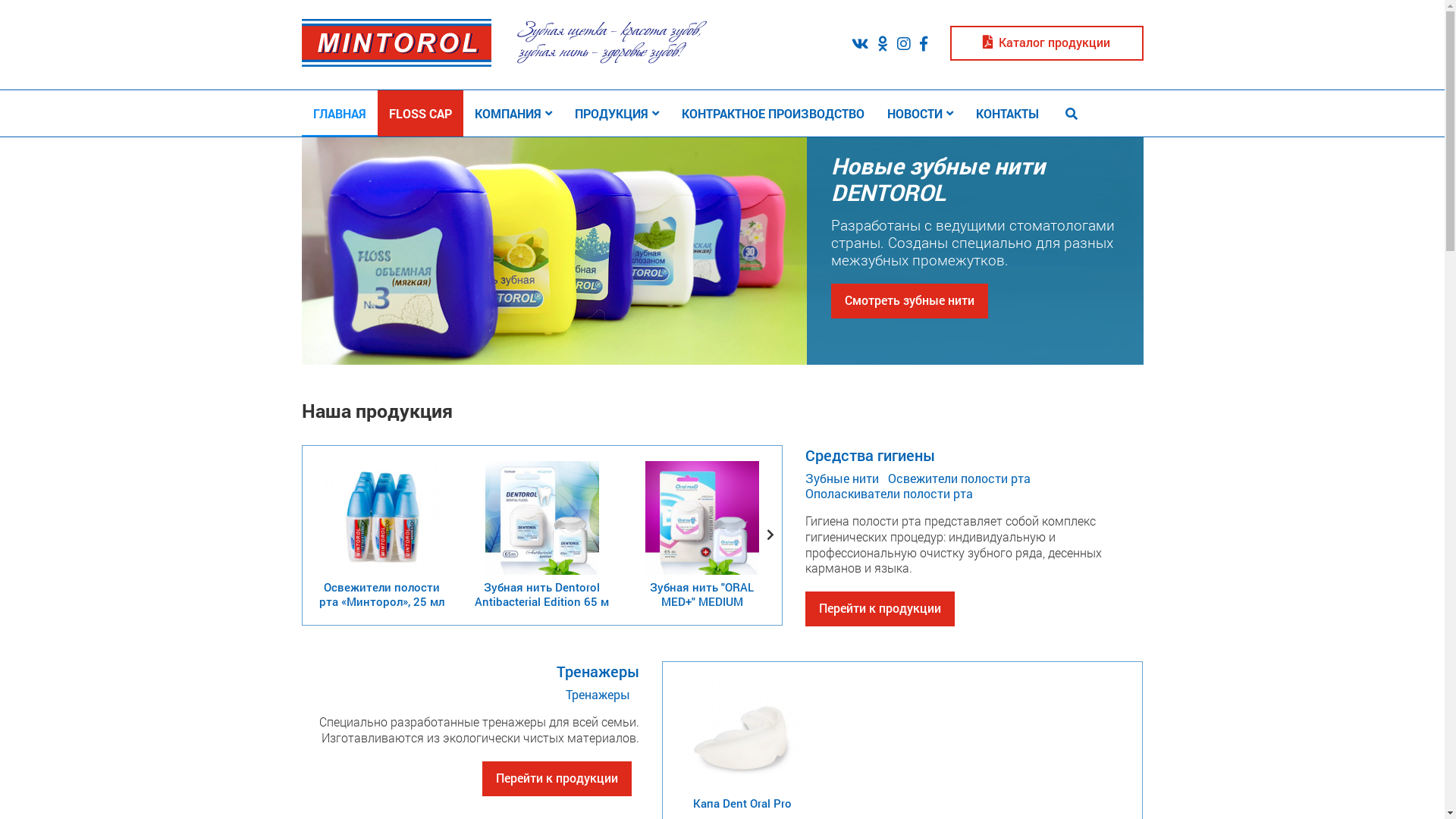  I want to click on 'FLOSS CAP', so click(420, 112).